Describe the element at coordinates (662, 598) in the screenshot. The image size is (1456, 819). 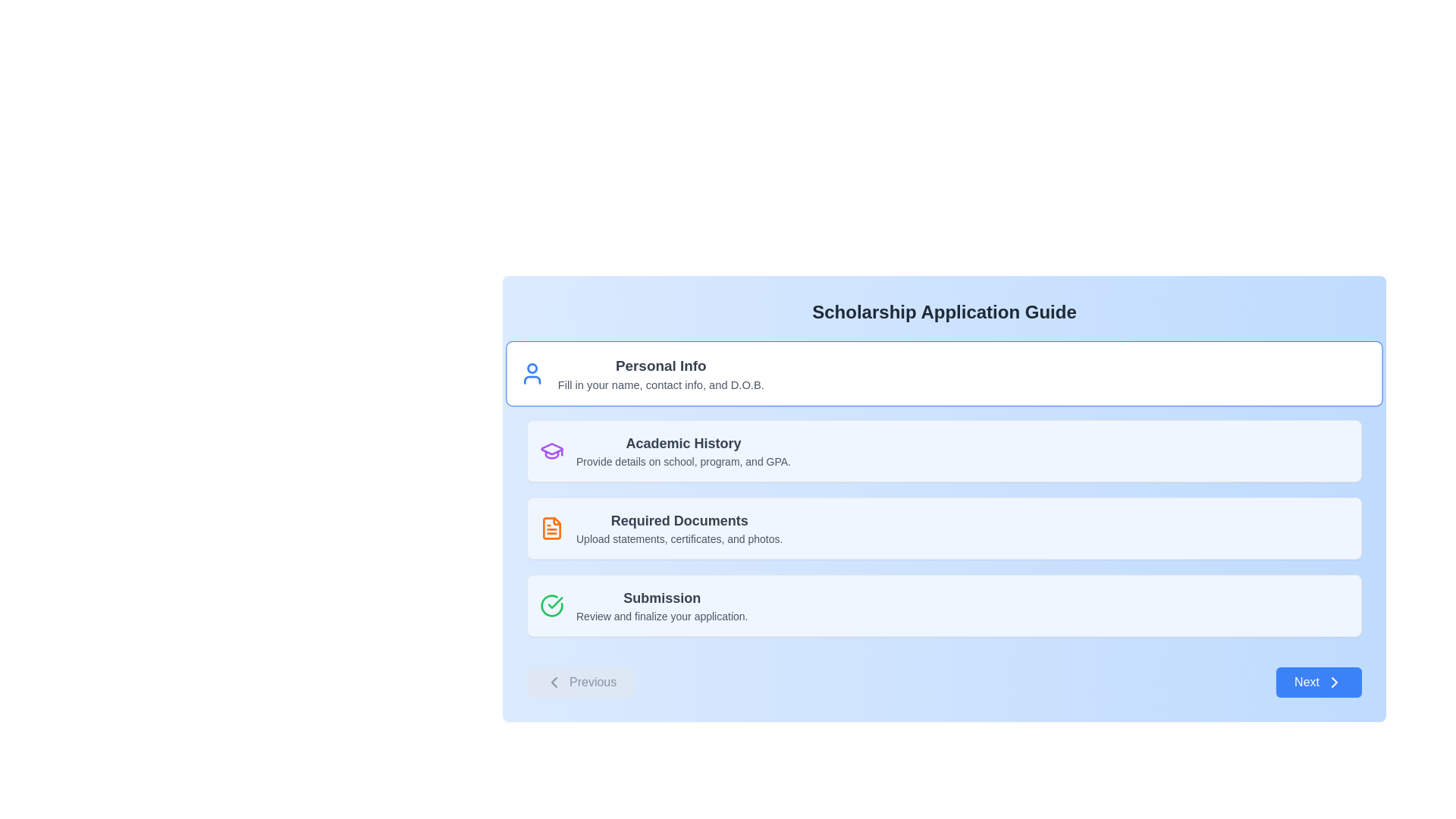
I see `the 'Submission' text element, which is bold and large, gray in color, and located below the 'Required Documents' section in the fourth step of the vertical list` at that location.